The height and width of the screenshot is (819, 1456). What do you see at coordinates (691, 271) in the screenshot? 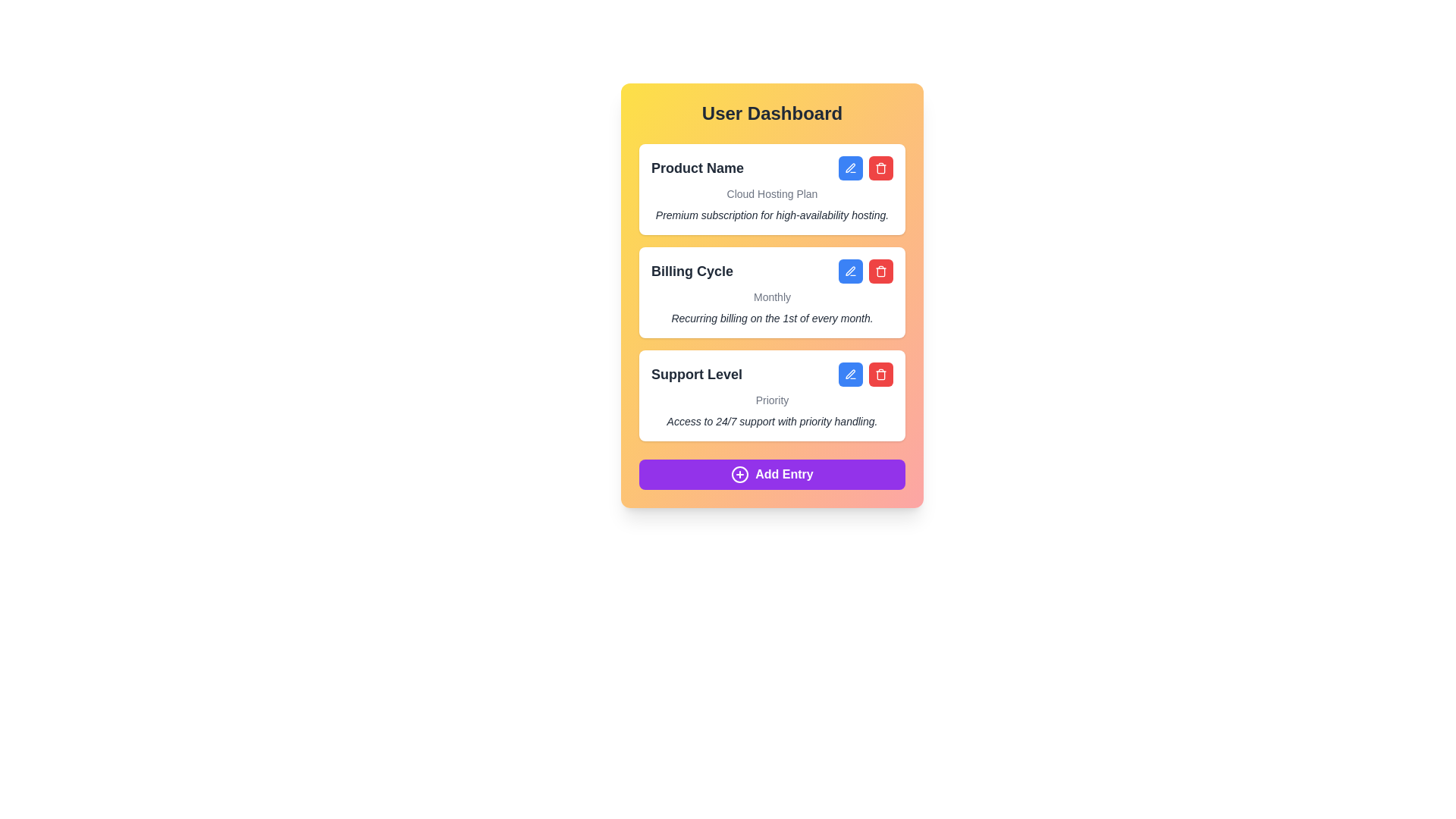
I see `the 'Billing Cycle' text label, which is styled with a larger font size and bold weight, located in the second section of the user dashboard card under 'Product Name'` at bounding box center [691, 271].